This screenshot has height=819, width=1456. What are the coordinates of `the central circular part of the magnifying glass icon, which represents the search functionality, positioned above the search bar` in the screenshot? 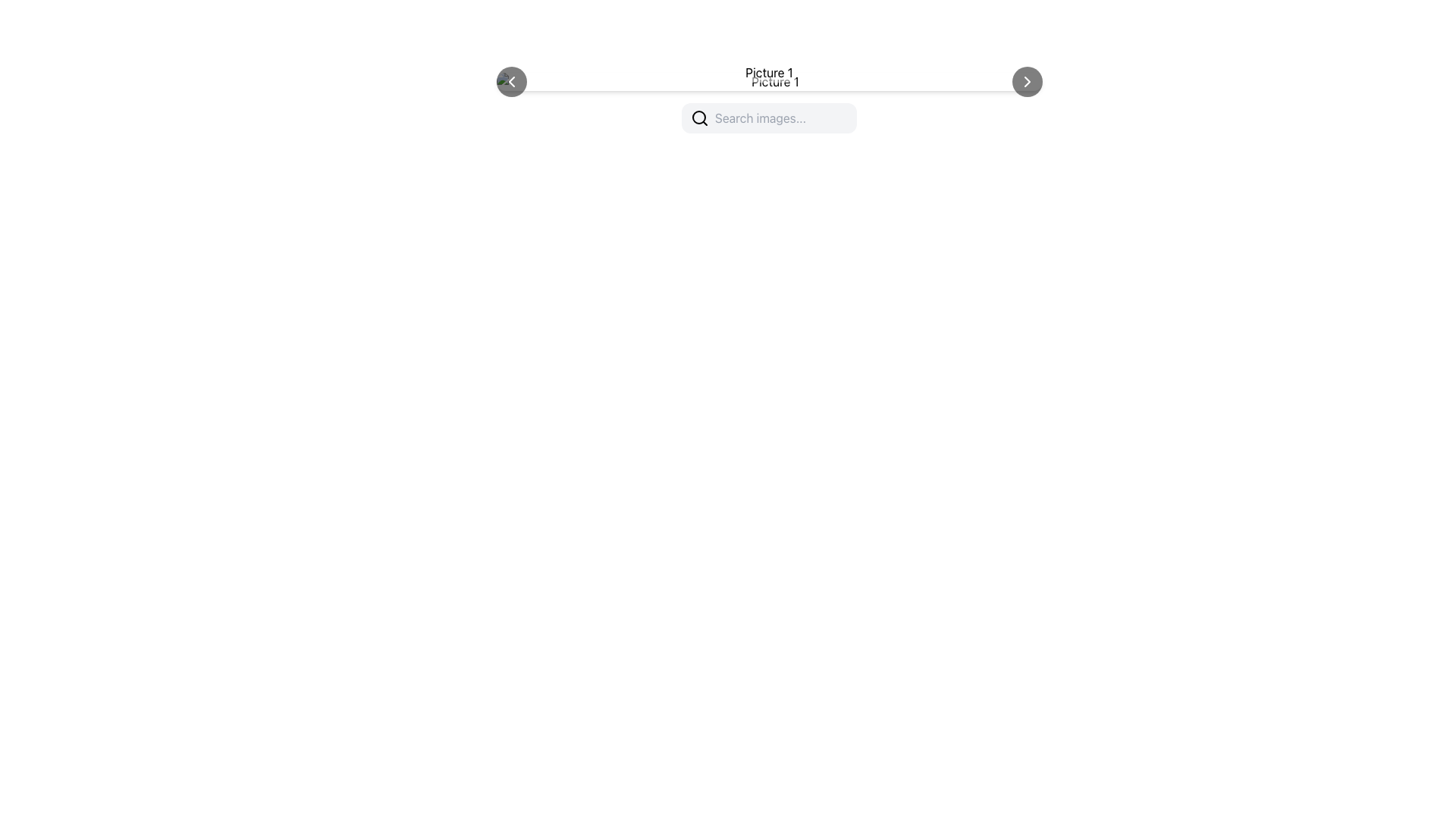 It's located at (698, 116).